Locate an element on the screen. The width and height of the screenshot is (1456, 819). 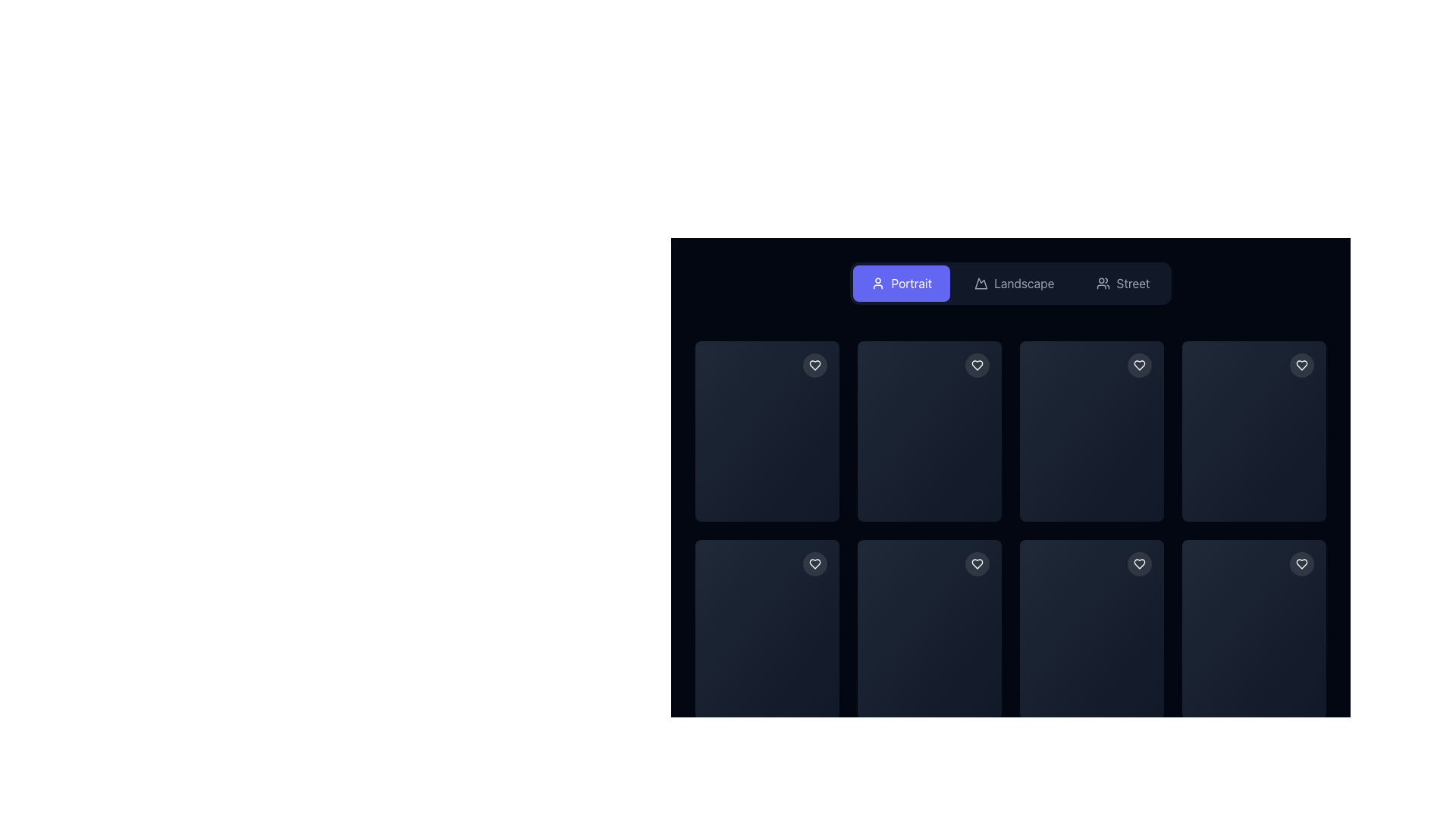
the first card in the second row of the grid titled 'Portrait' is located at coordinates (767, 629).